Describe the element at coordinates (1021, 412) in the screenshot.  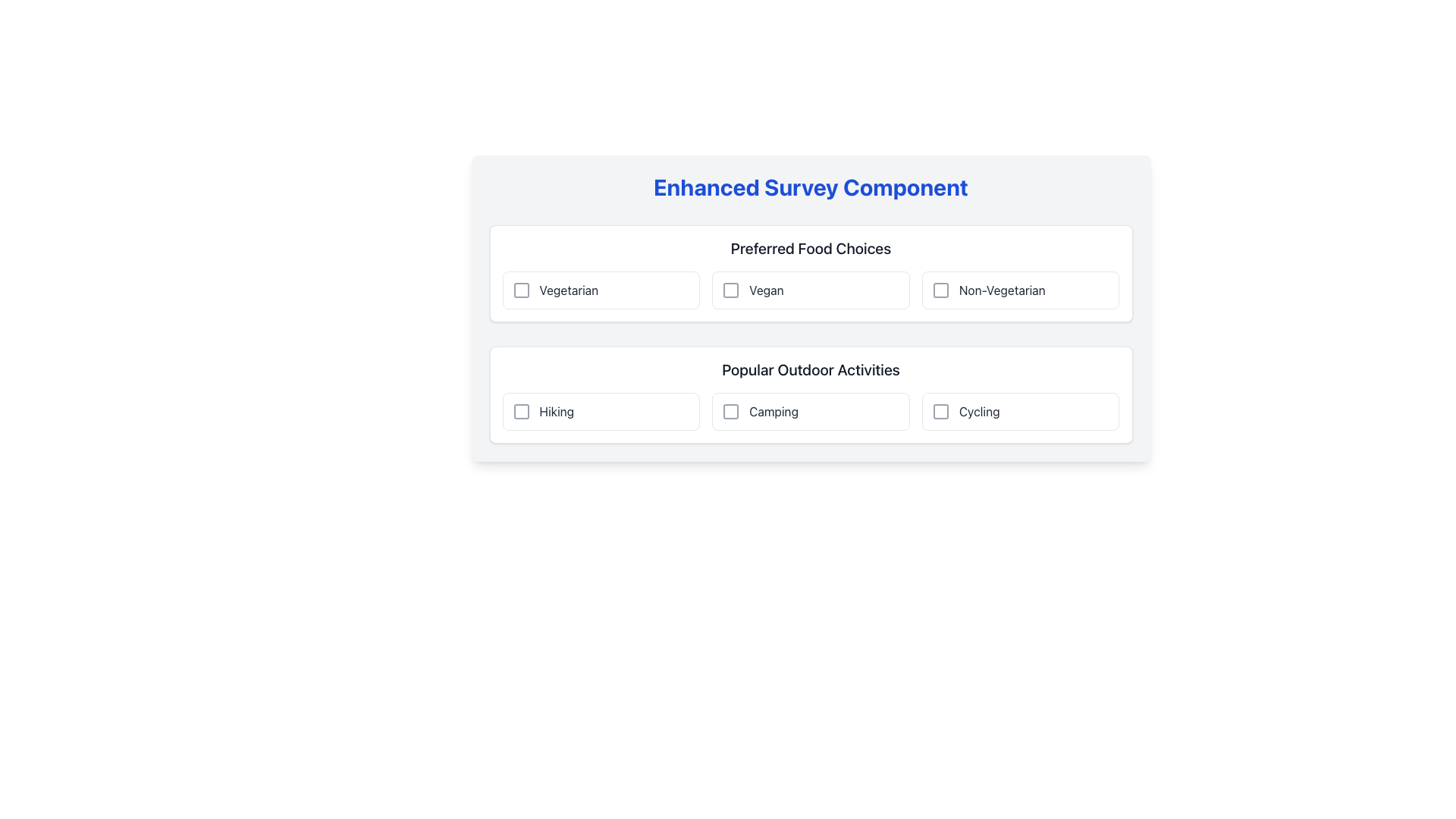
I see `the 'Cycling' checkbox in the 'Popular Outdoor Activities' section` at that location.